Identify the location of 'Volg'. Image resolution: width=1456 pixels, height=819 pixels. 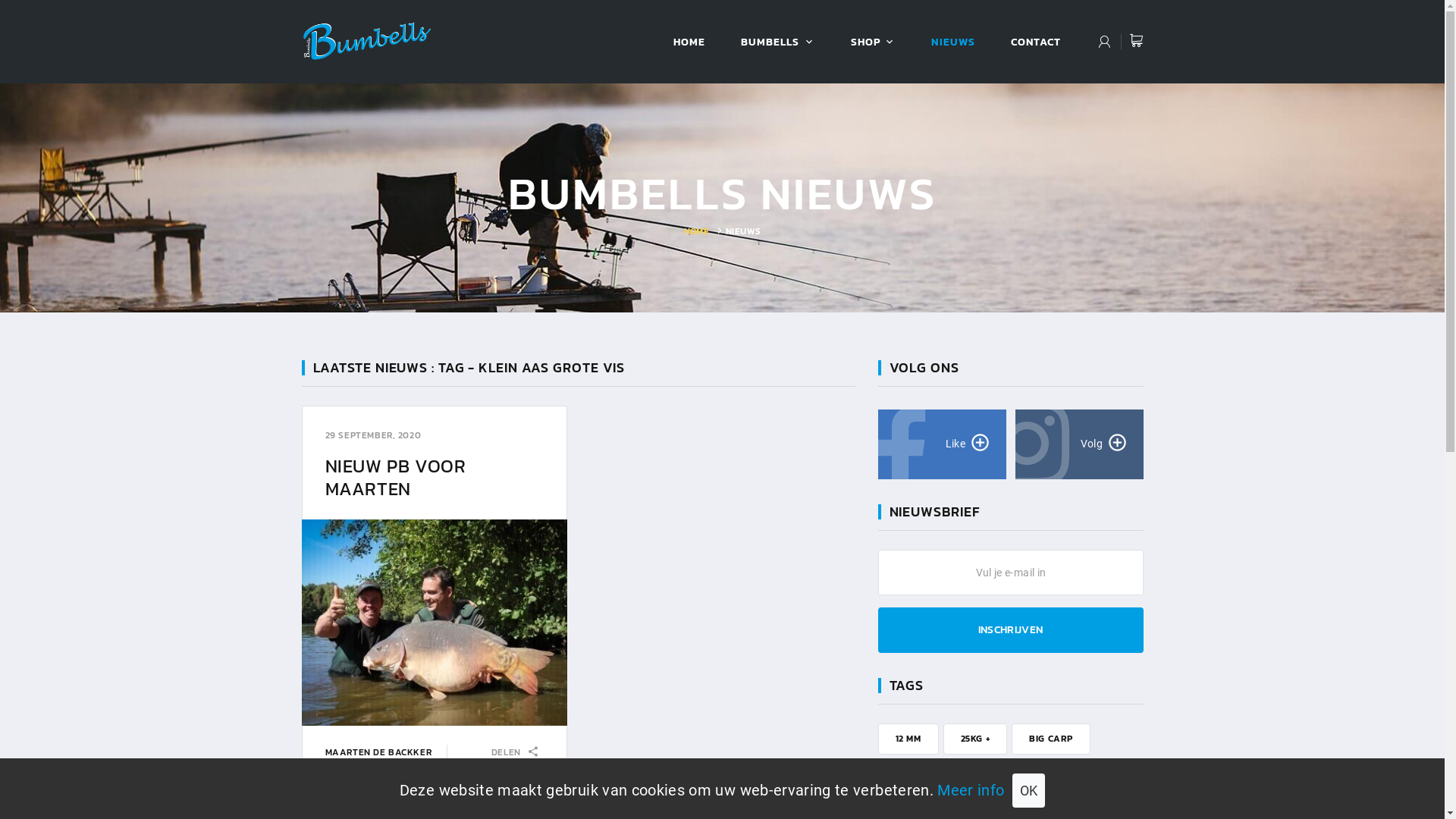
(1078, 444).